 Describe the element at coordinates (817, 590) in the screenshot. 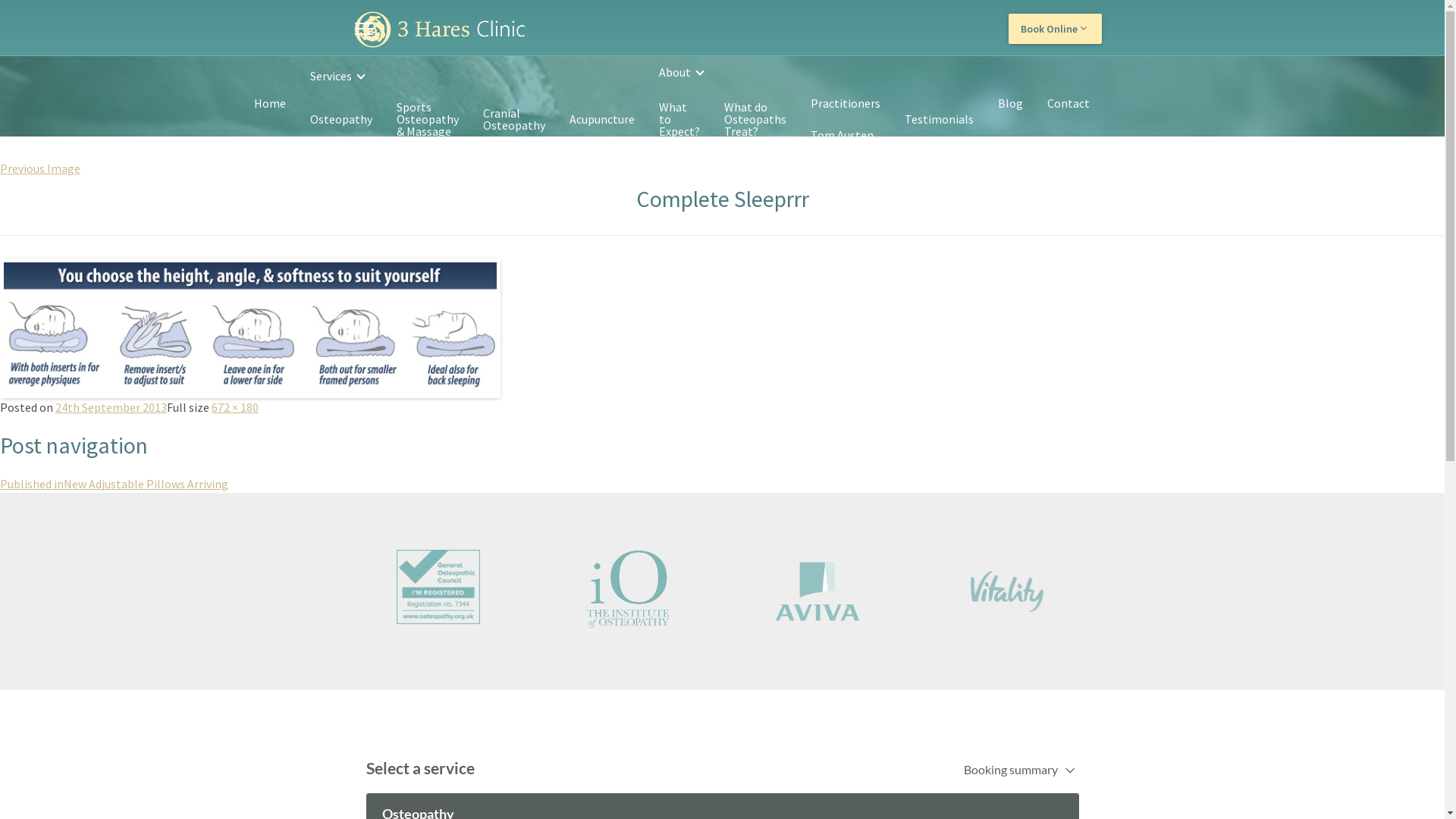

I see `'Aviva Health'` at that location.